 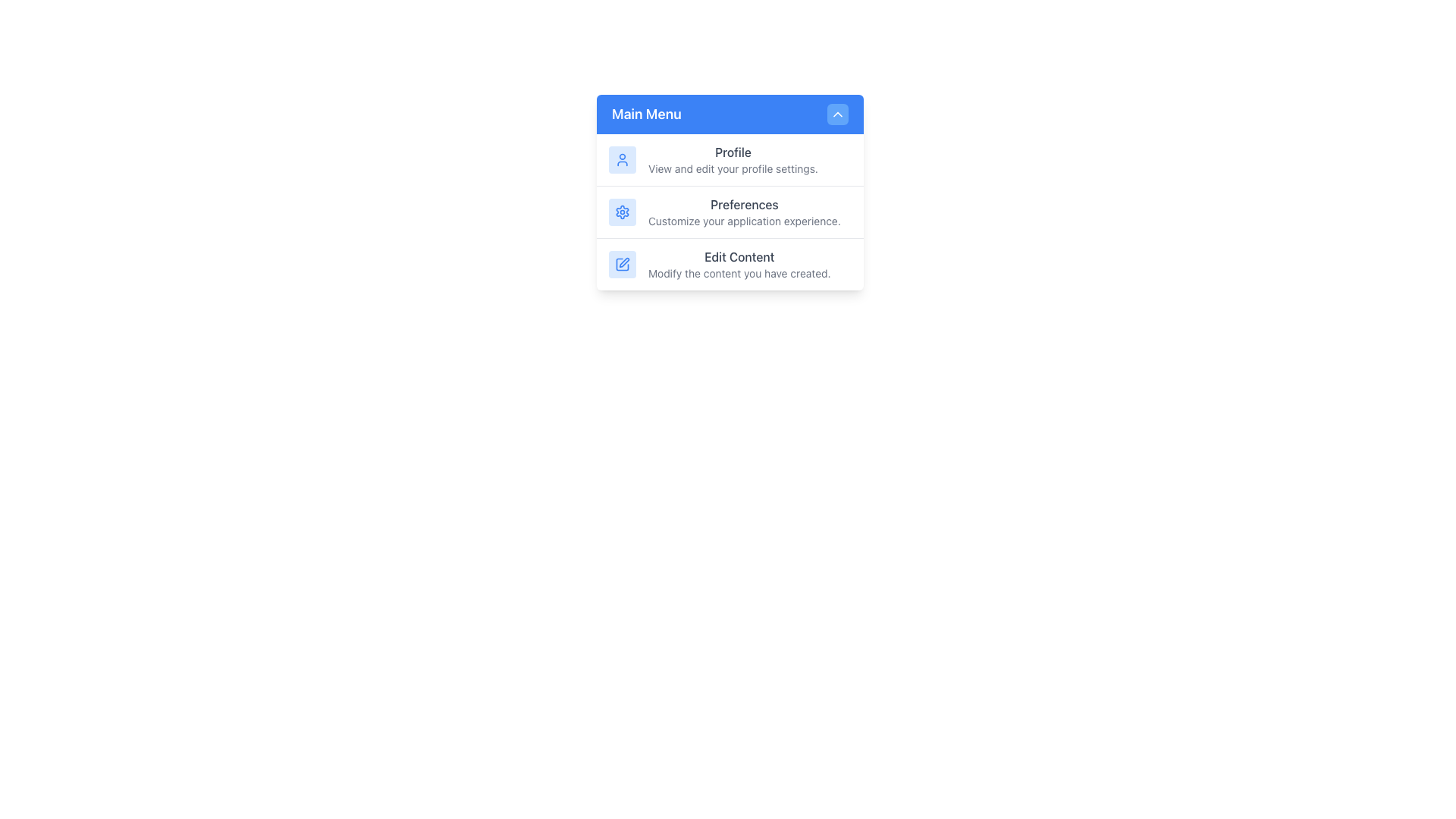 I want to click on the upward-pointing chevron icon button located at the top-right corner of the 'Main Menu' panel, so click(x=836, y=113).